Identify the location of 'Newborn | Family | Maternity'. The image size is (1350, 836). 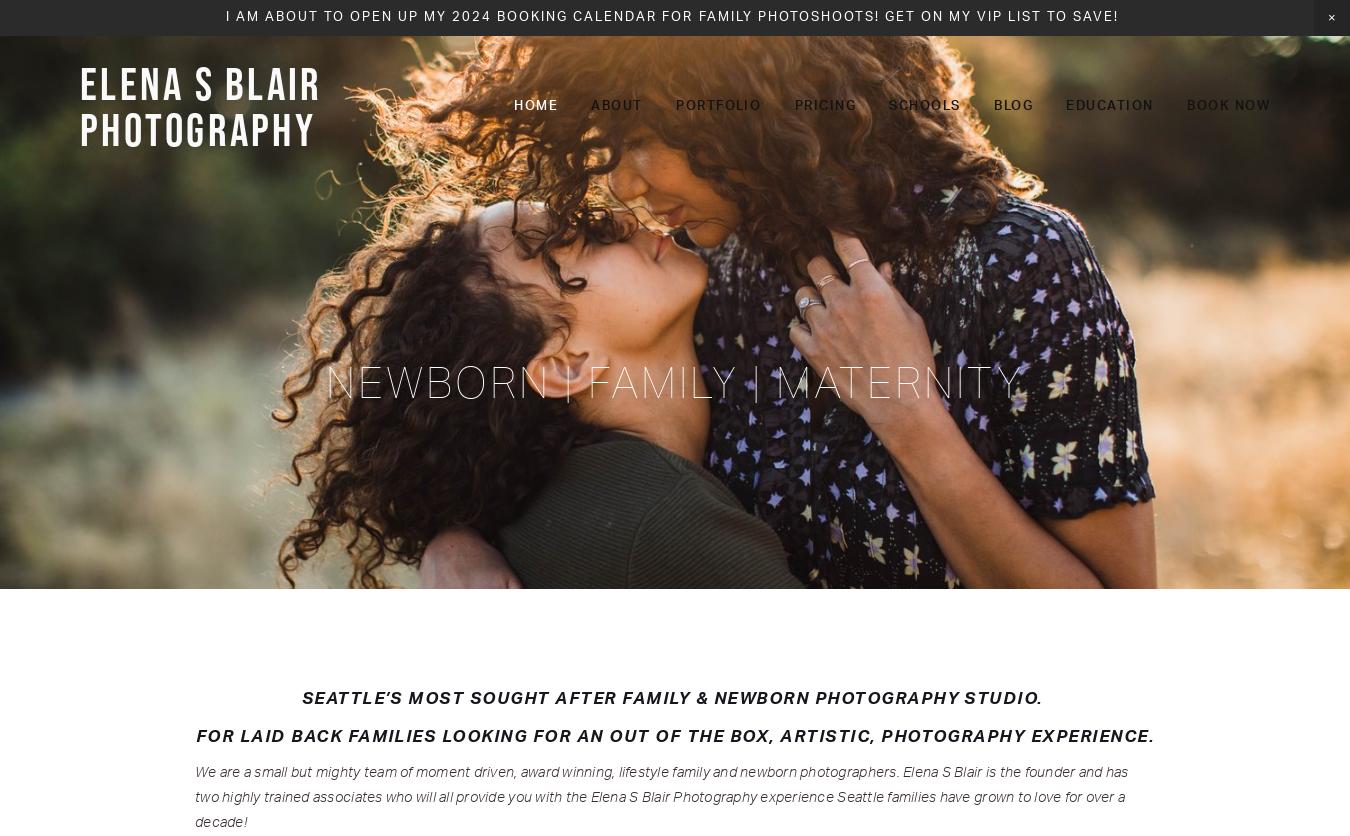
(674, 381).